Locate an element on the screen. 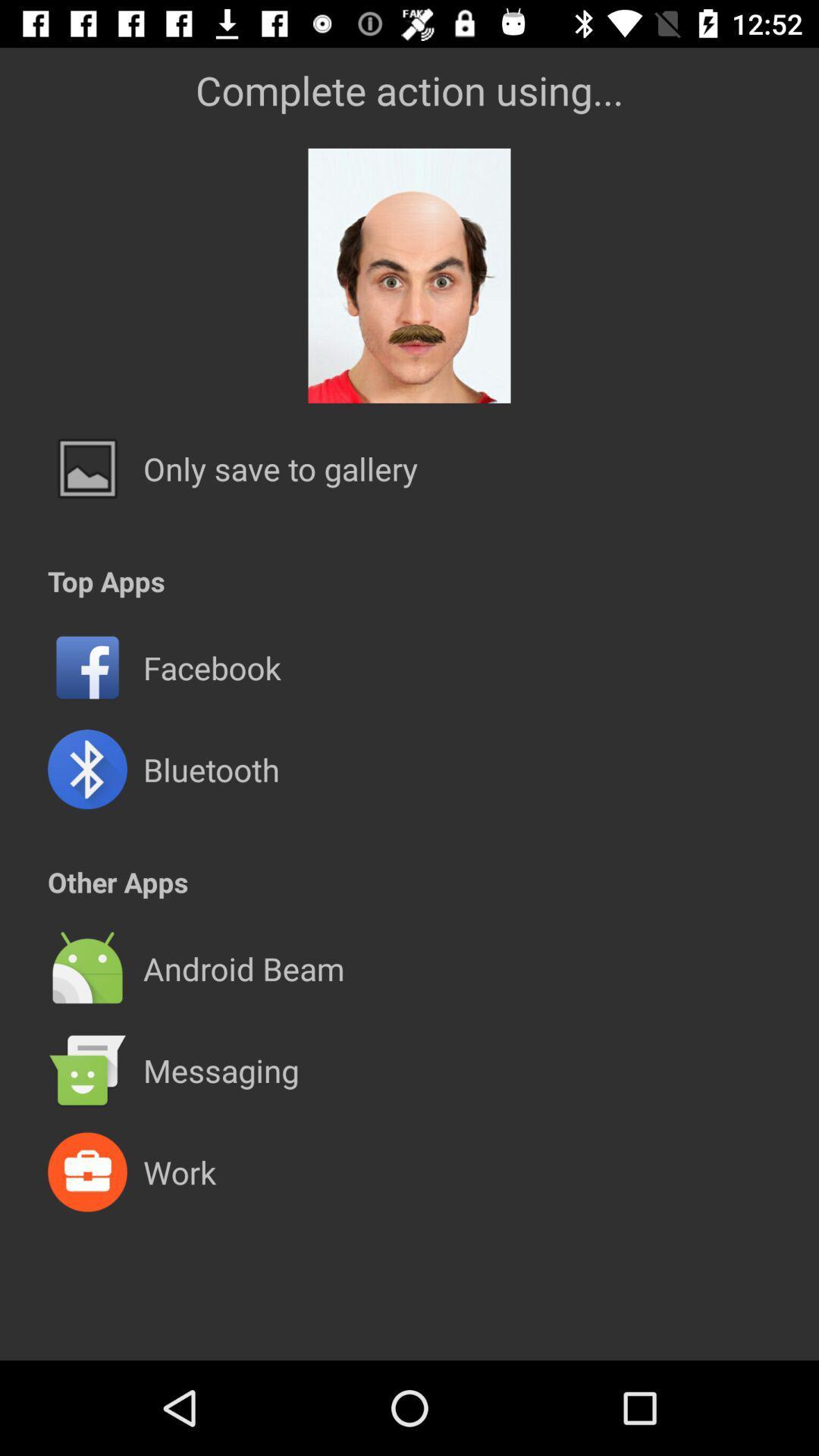 This screenshot has width=819, height=1456. the item above the other apps icon is located at coordinates (211, 769).